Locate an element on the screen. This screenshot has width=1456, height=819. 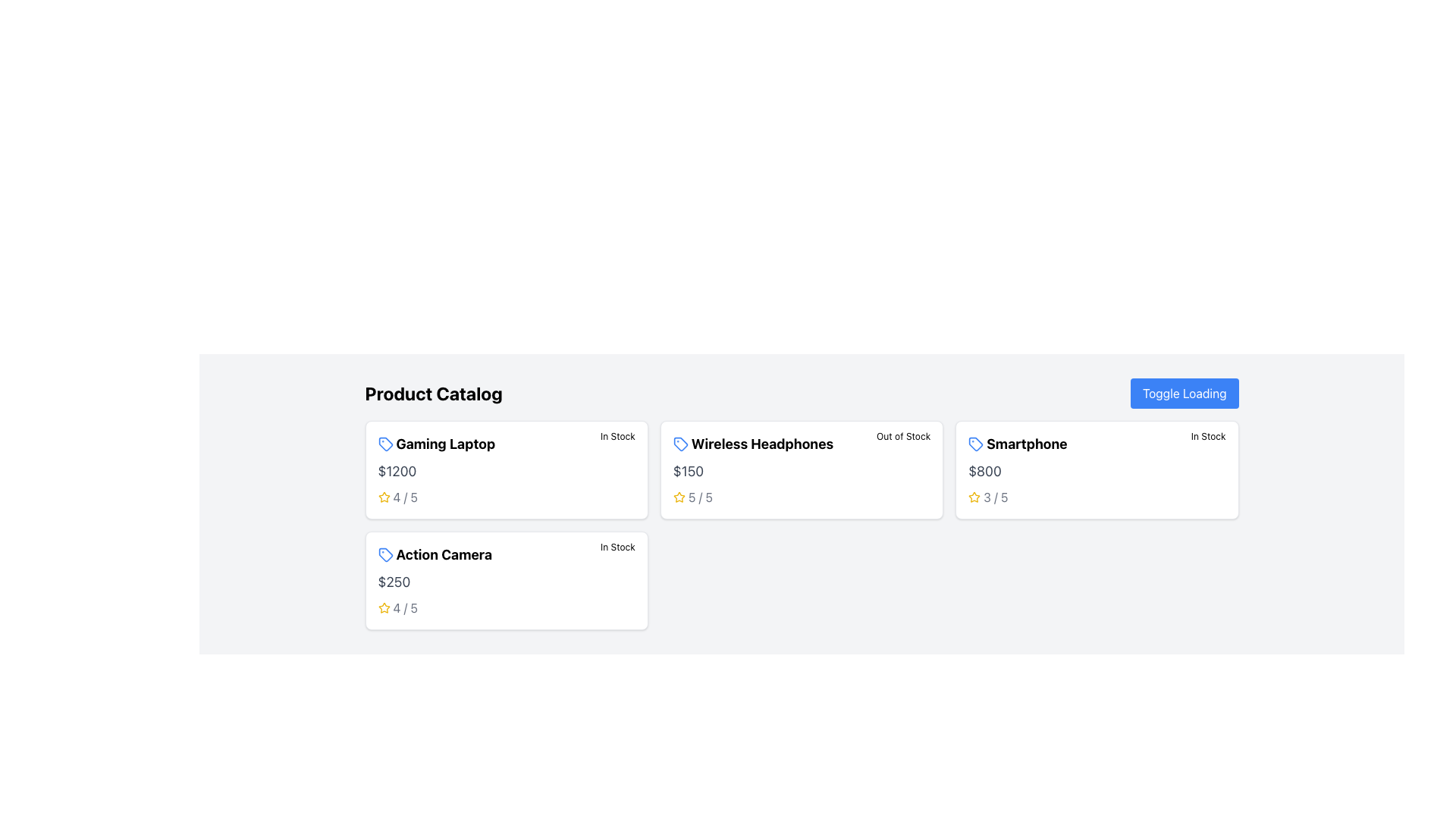
the product display card for the Smartphone located in the top-right quadrant of the grid, specifically the third card in the first row is located at coordinates (1097, 469).